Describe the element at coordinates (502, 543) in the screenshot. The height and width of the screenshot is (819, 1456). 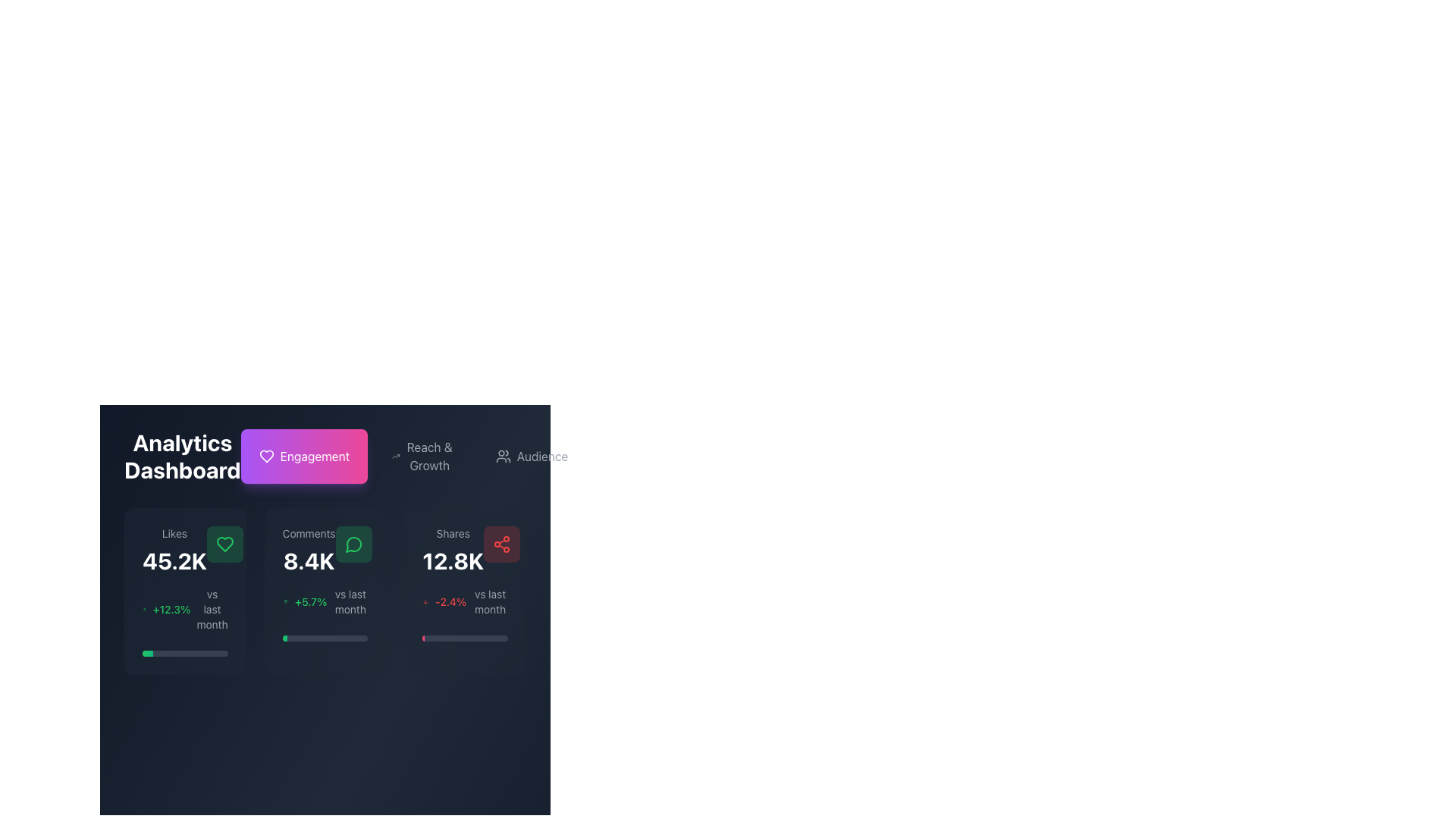
I see `the share button located in the upper-right portion of the 'Shares' section, adjacent to the '12.8K' text, to initiate a sharing action` at that location.